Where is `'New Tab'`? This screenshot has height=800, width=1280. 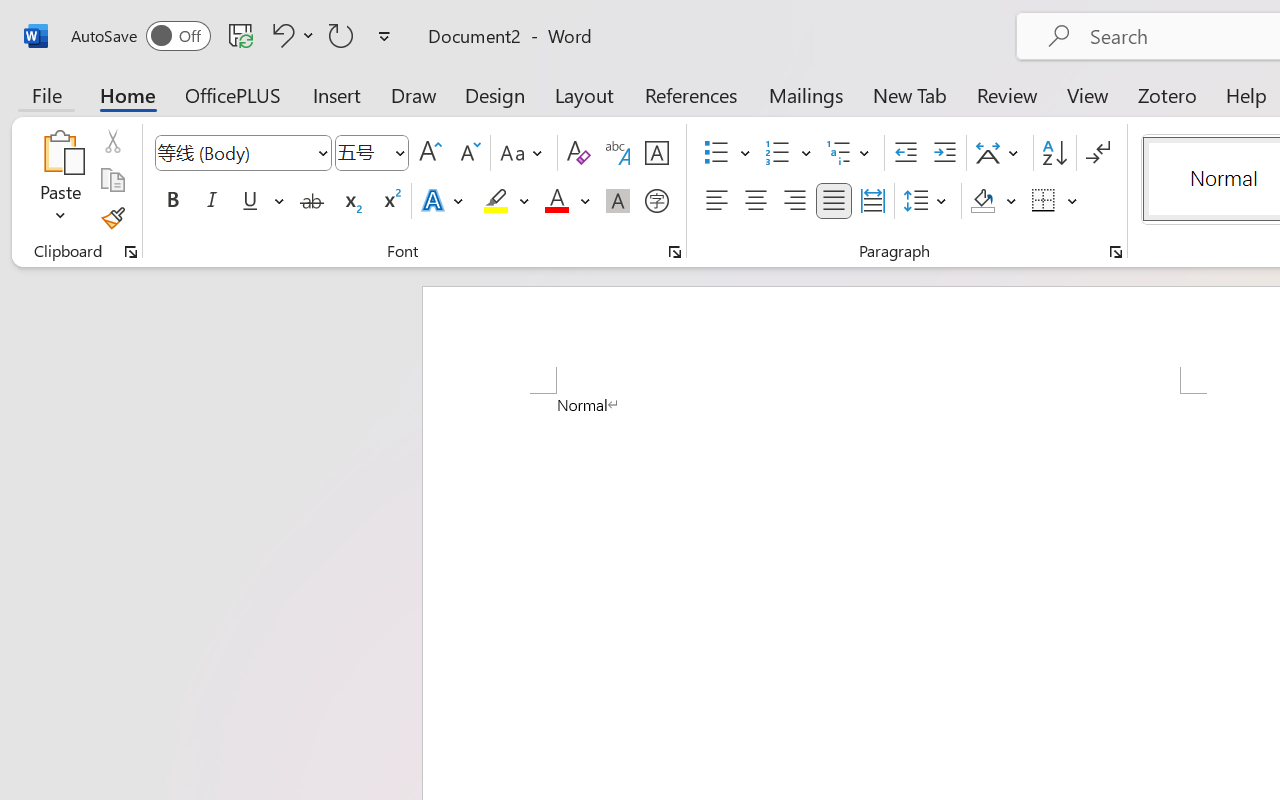 'New Tab' is located at coordinates (909, 94).